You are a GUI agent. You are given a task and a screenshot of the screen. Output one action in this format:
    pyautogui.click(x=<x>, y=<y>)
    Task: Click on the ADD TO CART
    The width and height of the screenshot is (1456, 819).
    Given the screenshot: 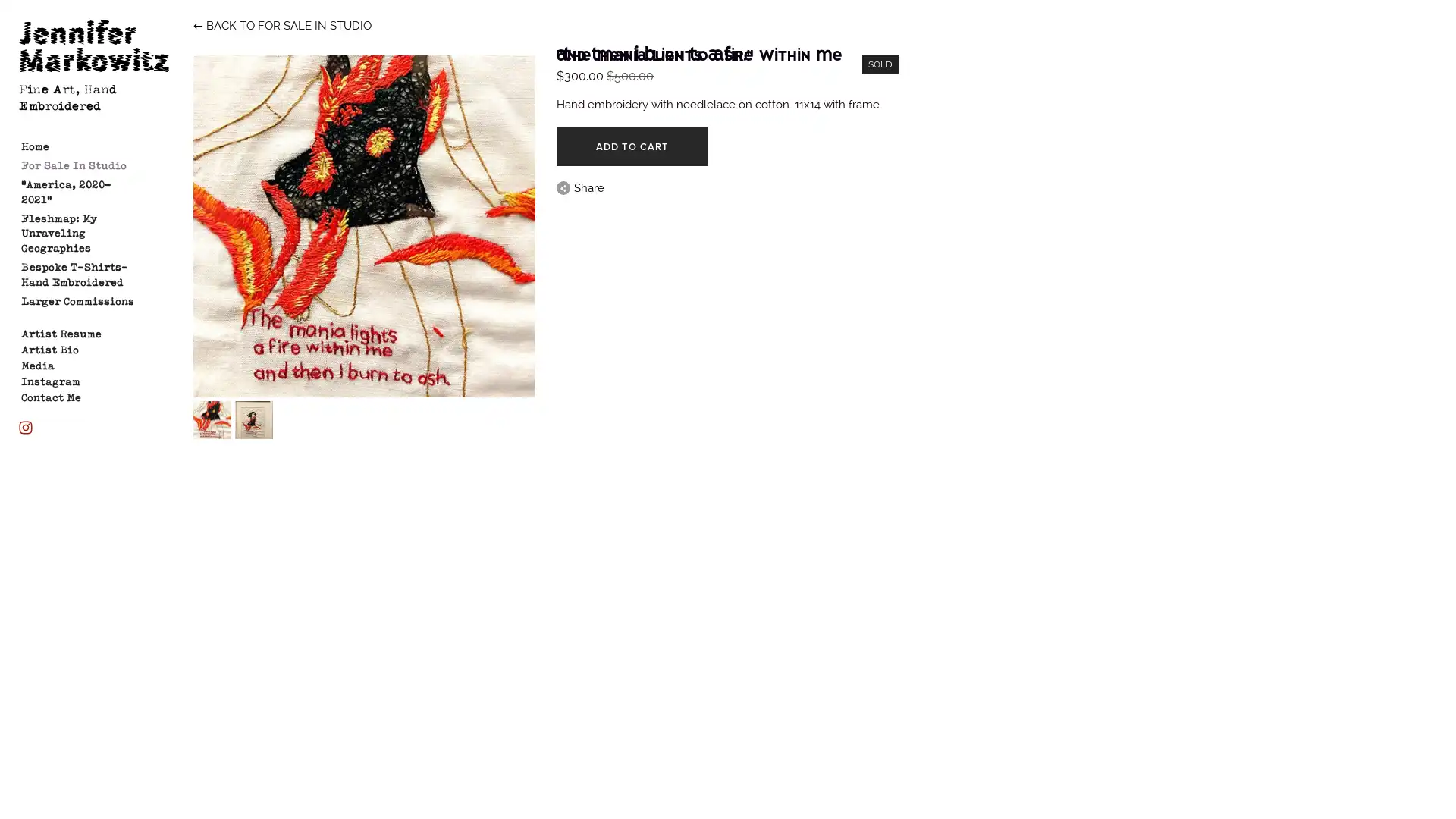 What is the action you would take?
    pyautogui.click(x=632, y=146)
    